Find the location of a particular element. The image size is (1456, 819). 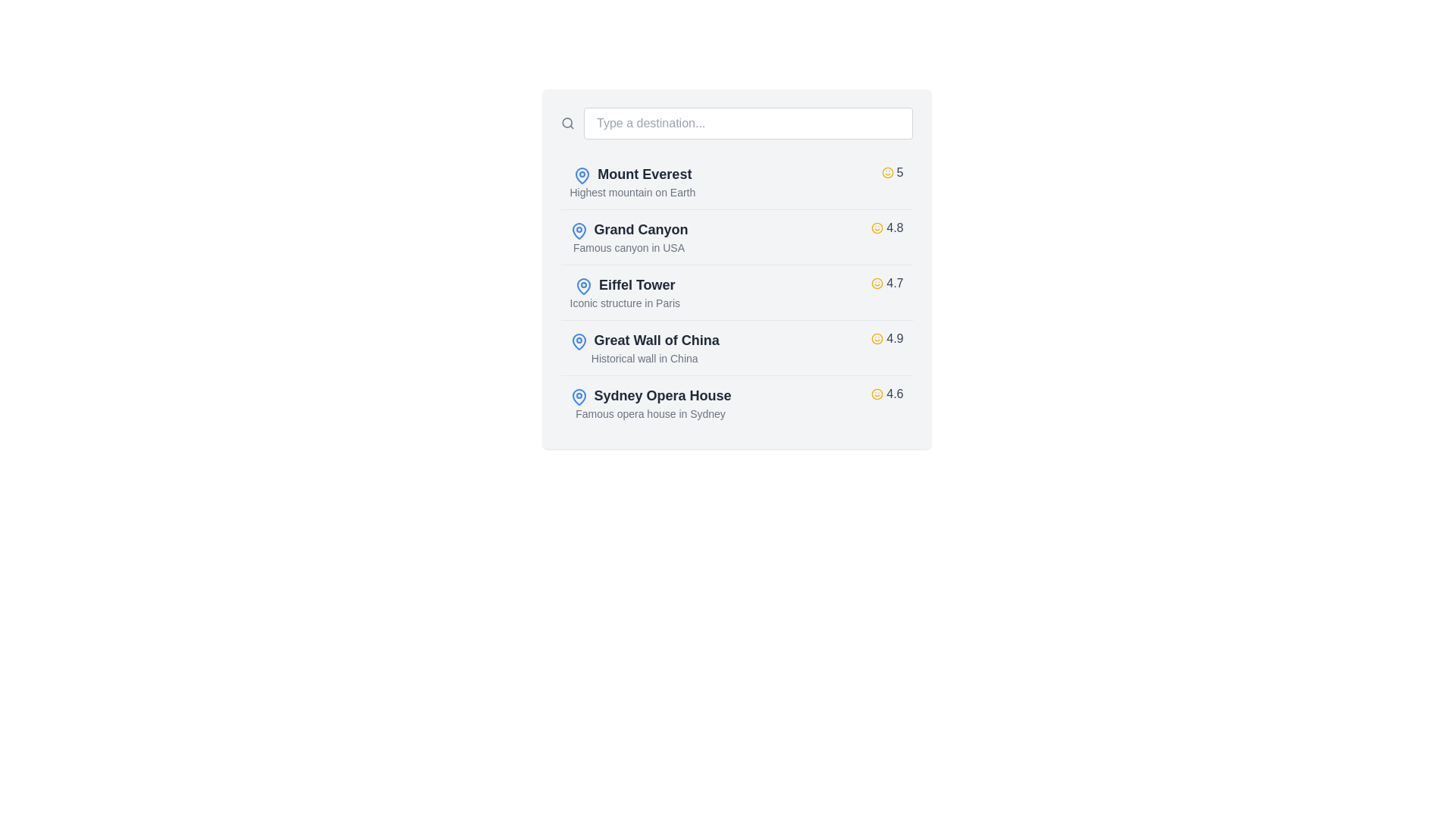

the descriptive text label that reads 'Iconic structure in Paris', which is positioned under the title 'Eiffel Tower' in a vertical list of destinations is located at coordinates (625, 303).